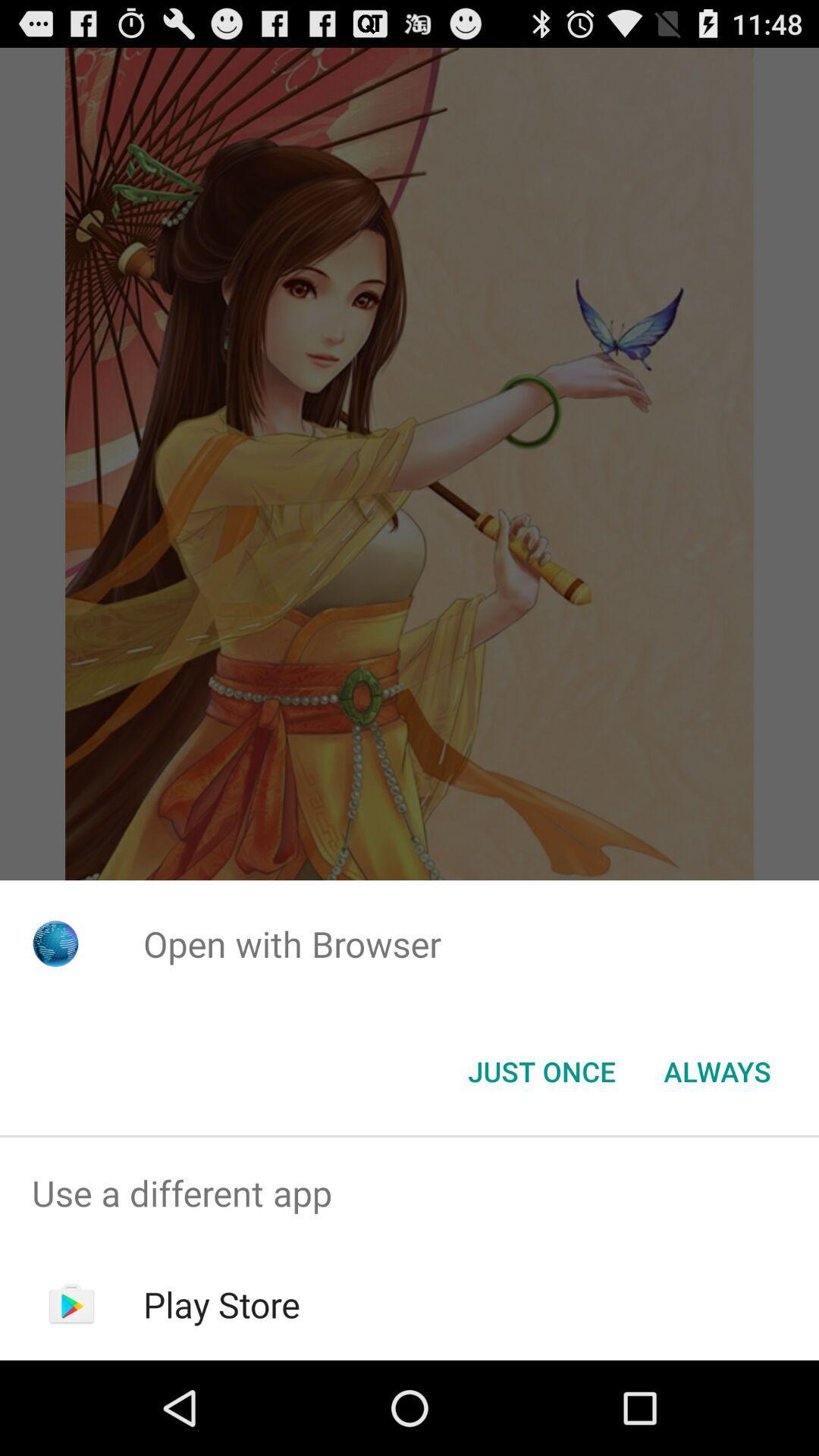  I want to click on the button next to the always, so click(541, 1070).